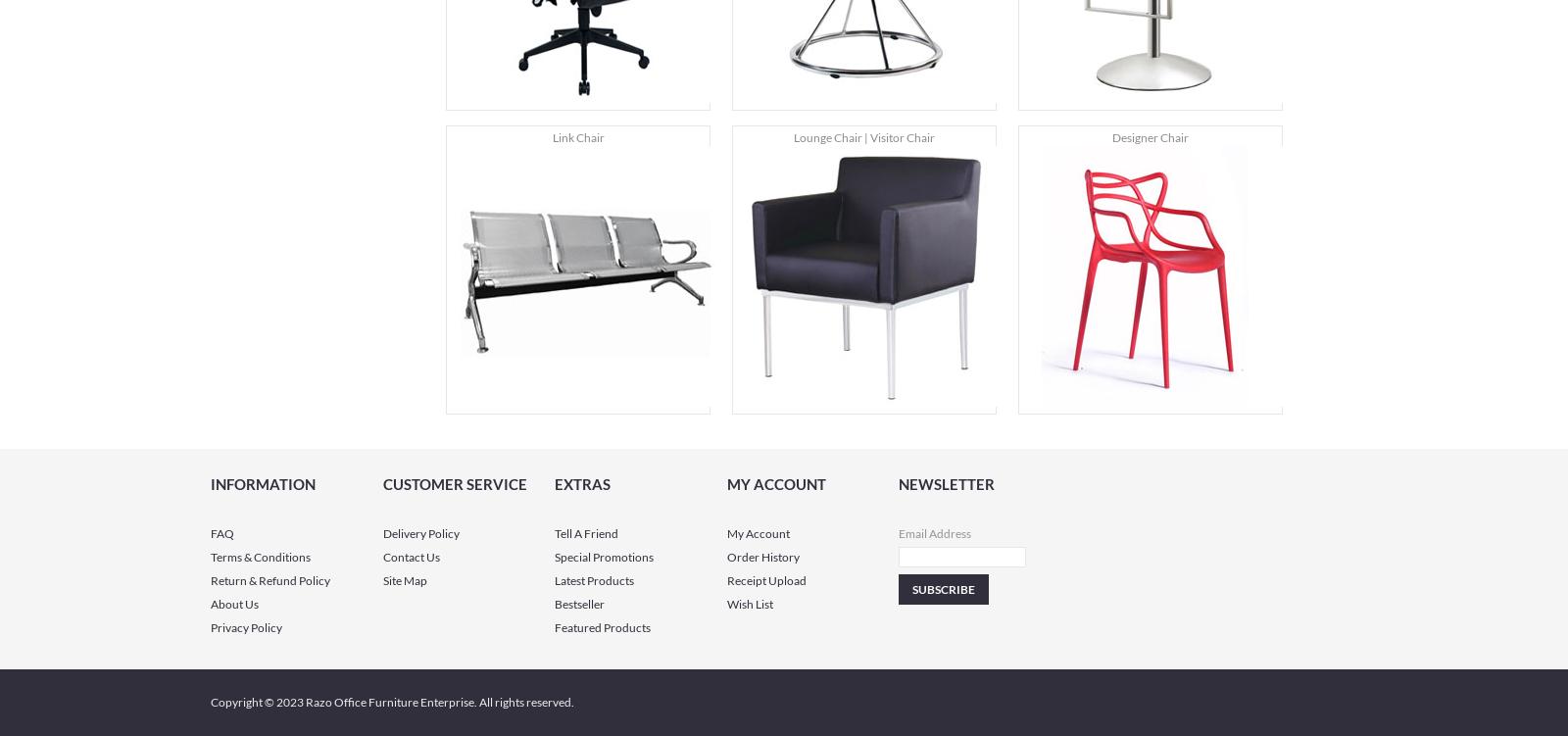  What do you see at coordinates (211, 484) in the screenshot?
I see `'Information'` at bounding box center [211, 484].